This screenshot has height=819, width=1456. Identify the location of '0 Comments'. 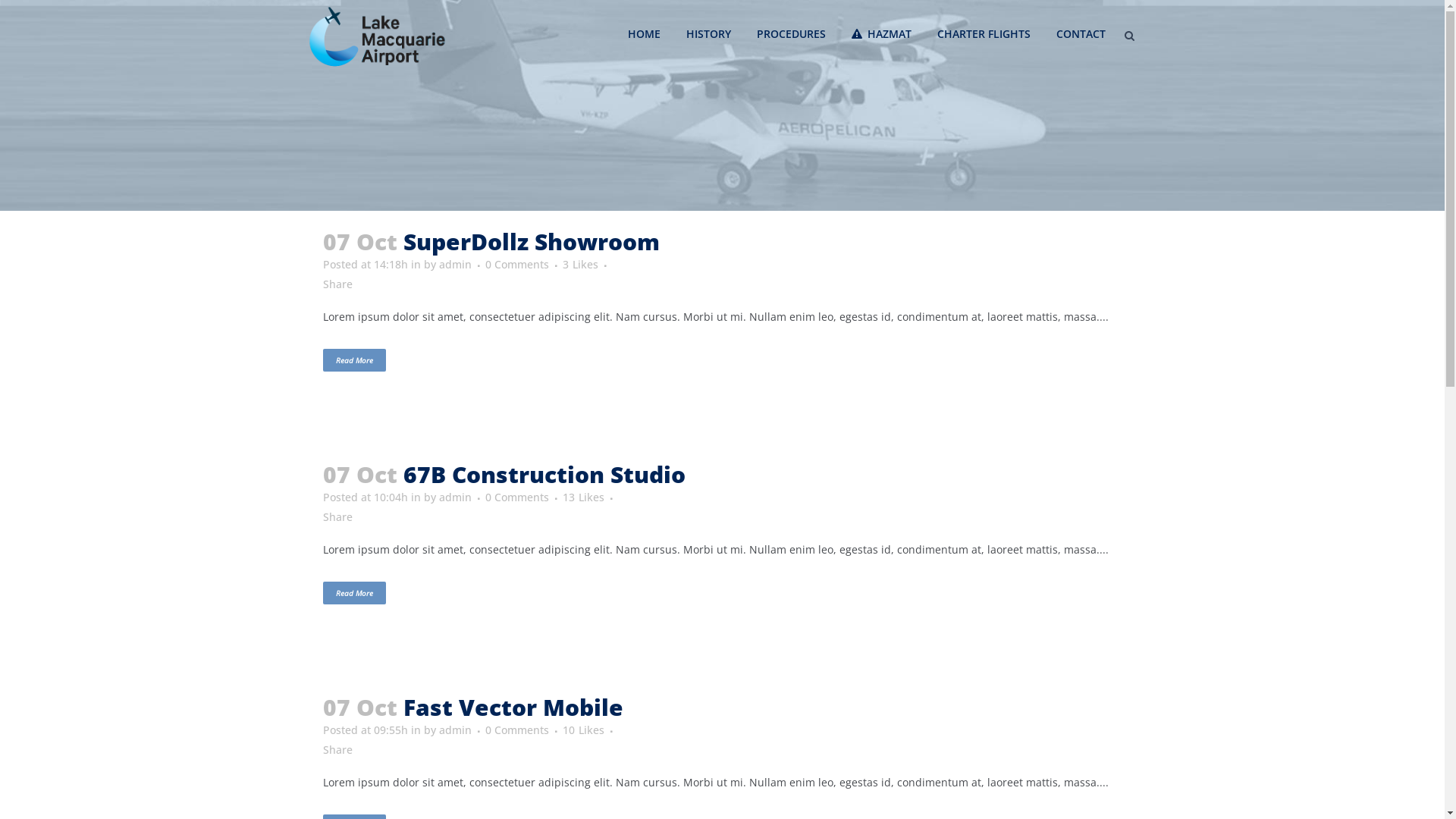
(484, 497).